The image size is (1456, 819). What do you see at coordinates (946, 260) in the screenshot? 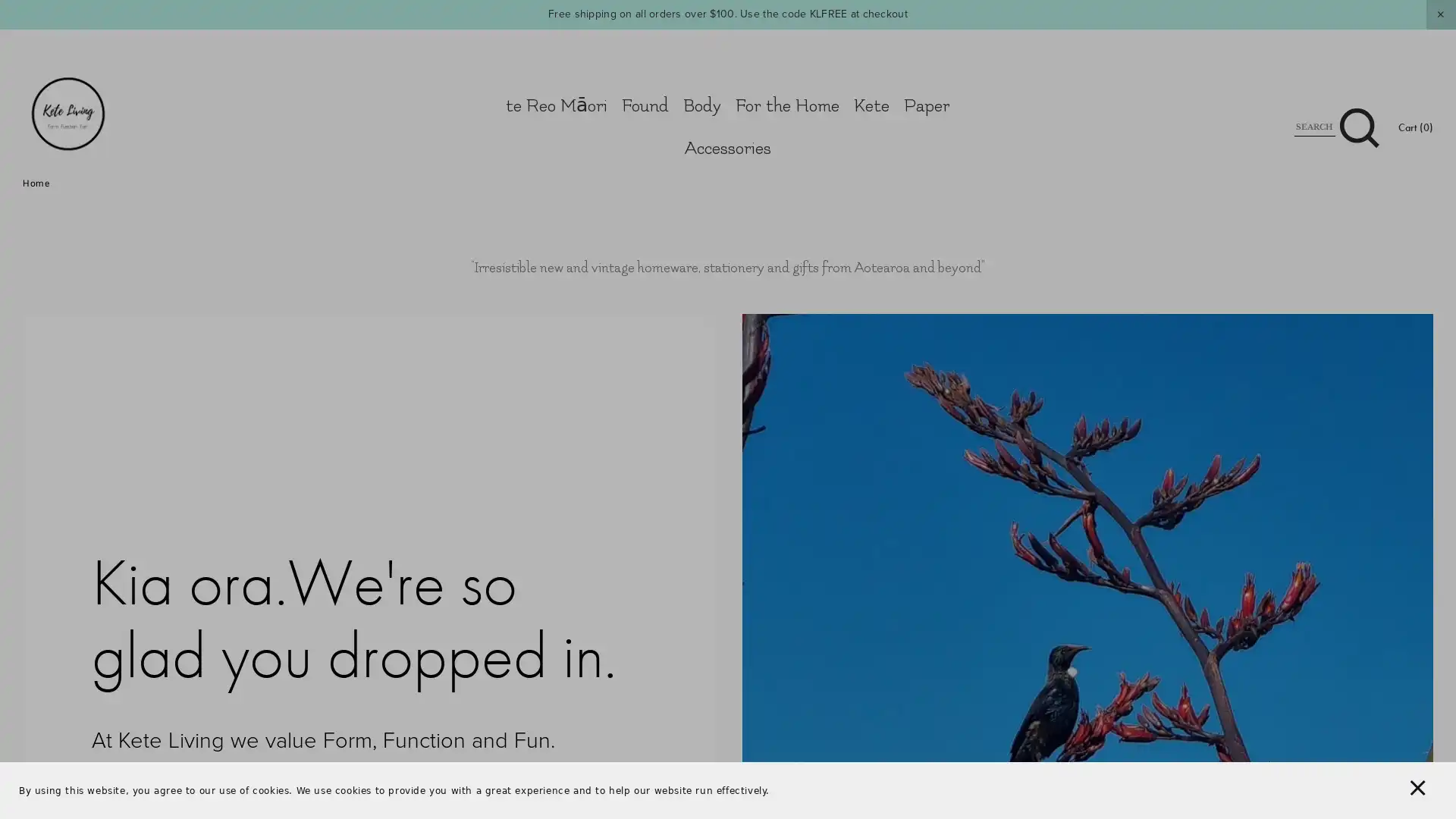
I see `Close` at bounding box center [946, 260].